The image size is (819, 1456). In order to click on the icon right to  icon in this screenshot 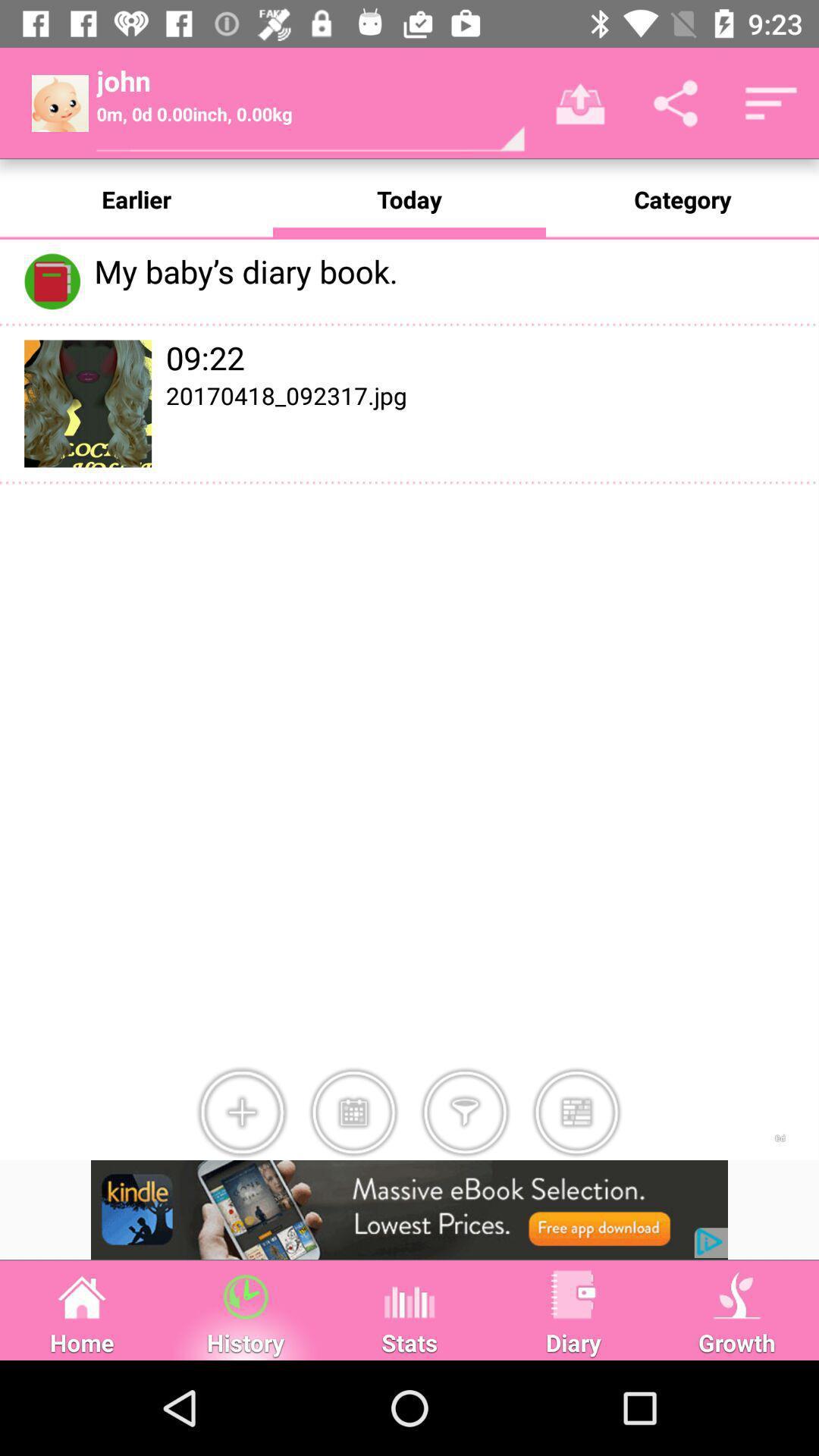, I will do `click(353, 1112)`.